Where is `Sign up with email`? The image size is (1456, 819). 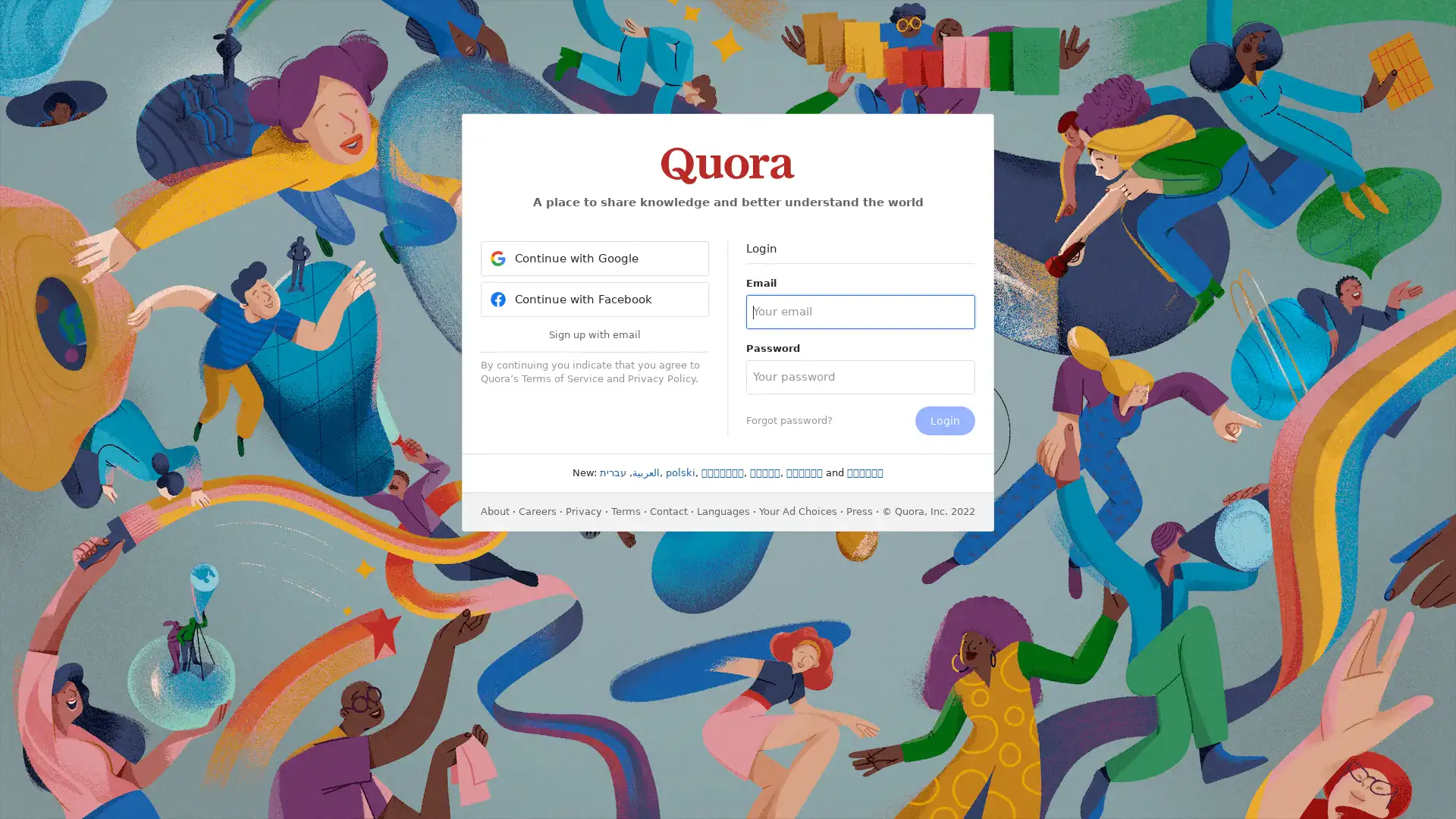
Sign up with email is located at coordinates (594, 333).